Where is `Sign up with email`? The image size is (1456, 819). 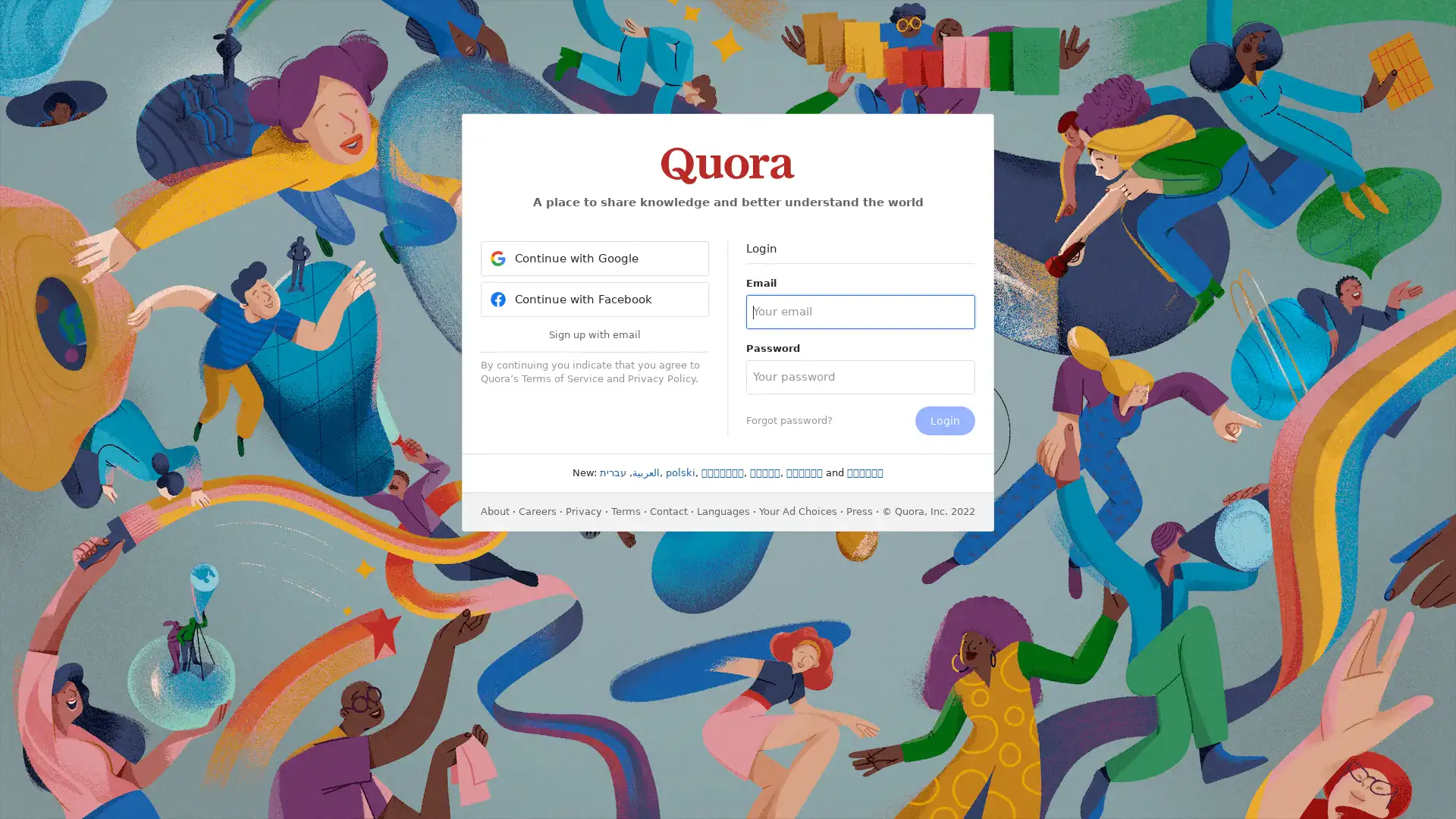
Sign up with email is located at coordinates (594, 333).